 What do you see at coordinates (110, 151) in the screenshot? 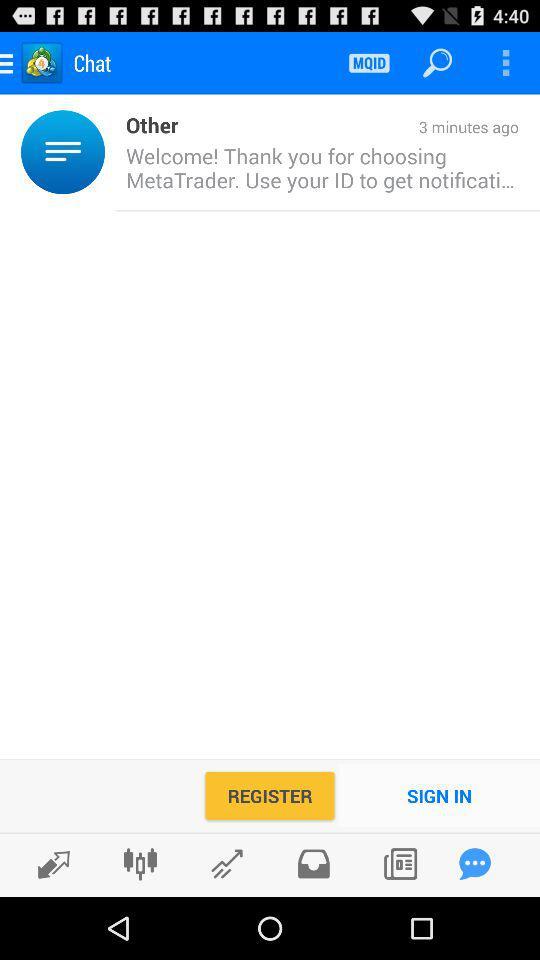
I see `the icon next to the other` at bounding box center [110, 151].